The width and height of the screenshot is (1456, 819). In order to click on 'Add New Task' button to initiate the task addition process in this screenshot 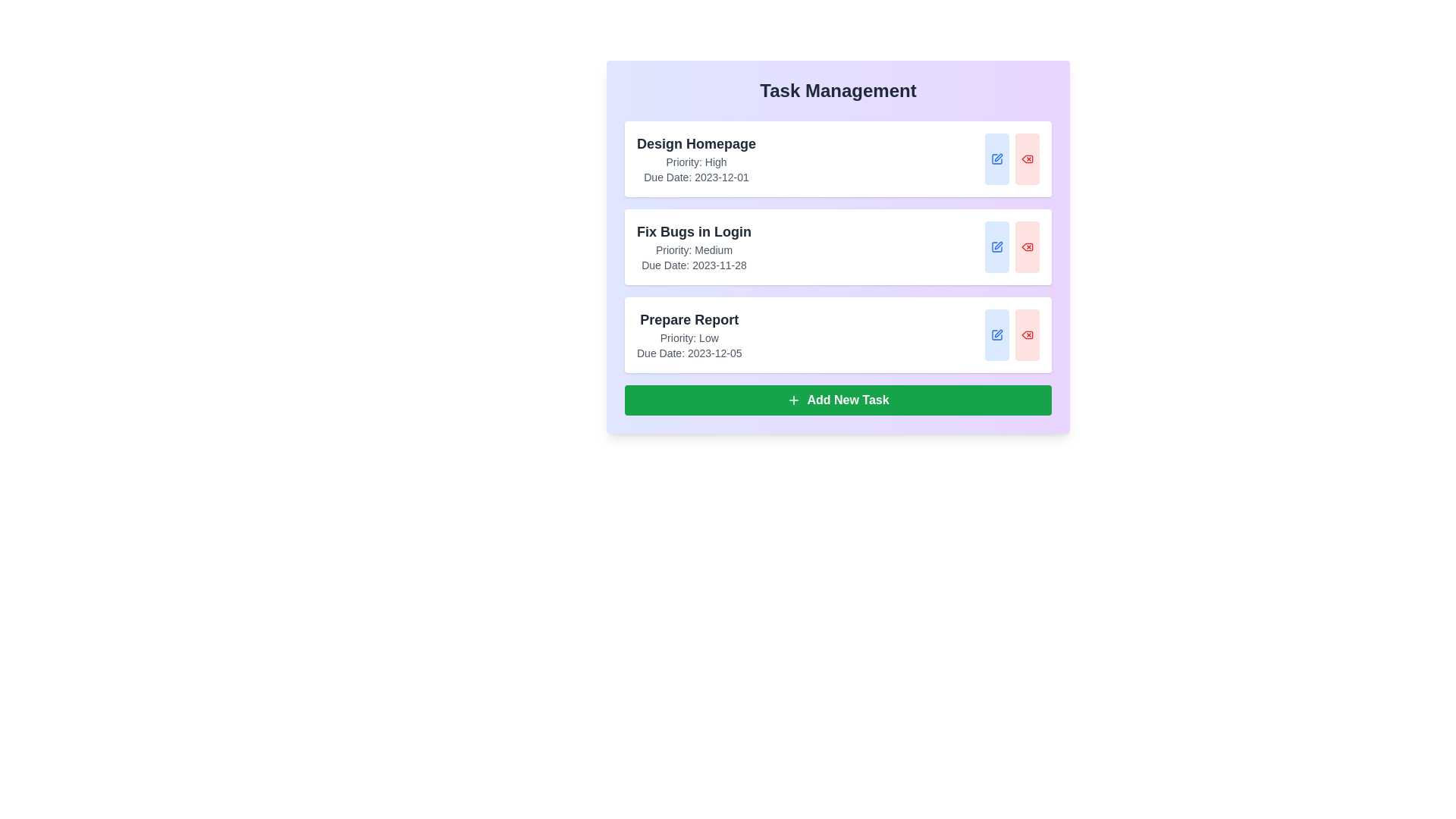, I will do `click(837, 400)`.